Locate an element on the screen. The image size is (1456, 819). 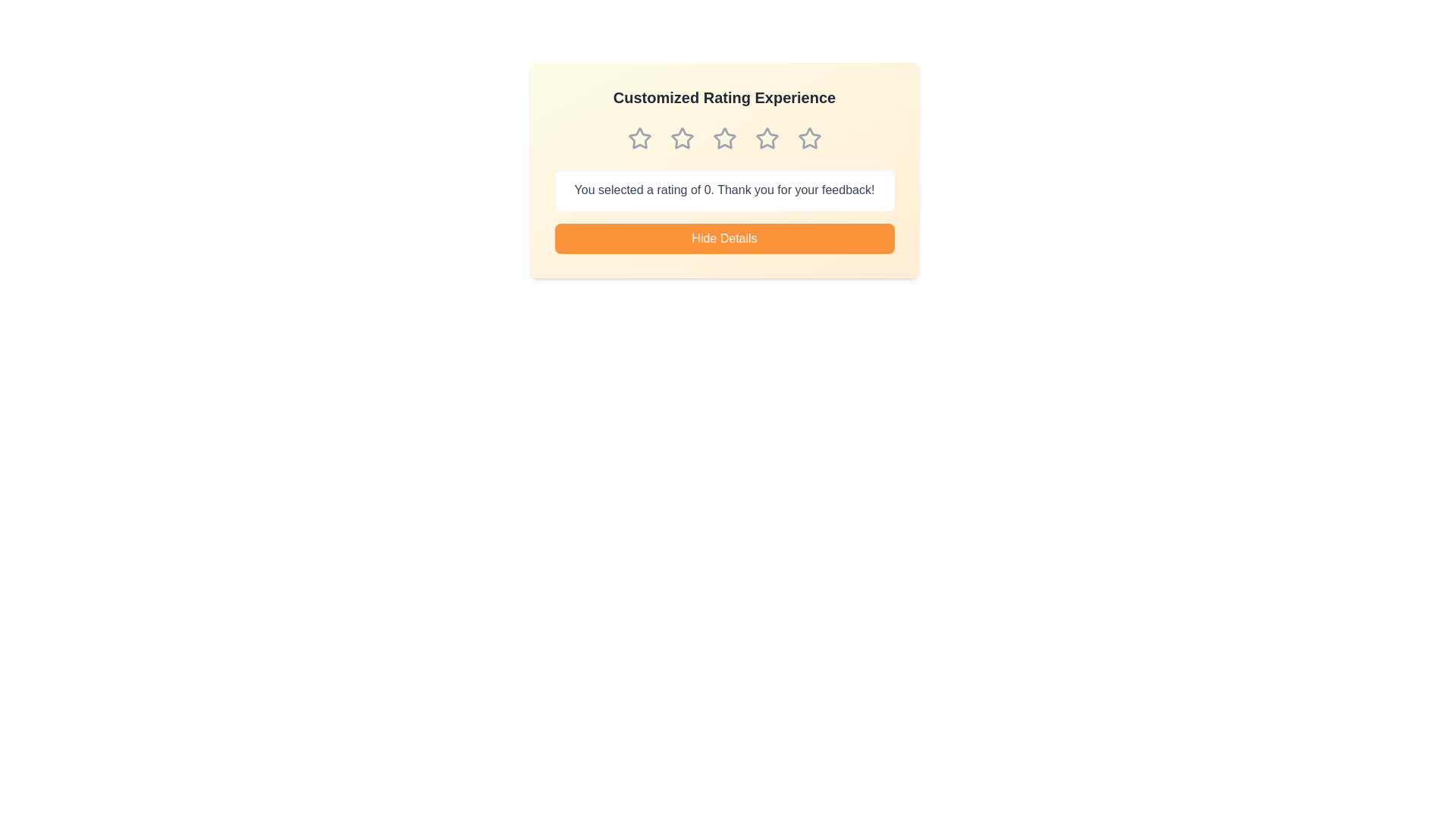
the star corresponding to the desired rating 5 is located at coordinates (808, 138).